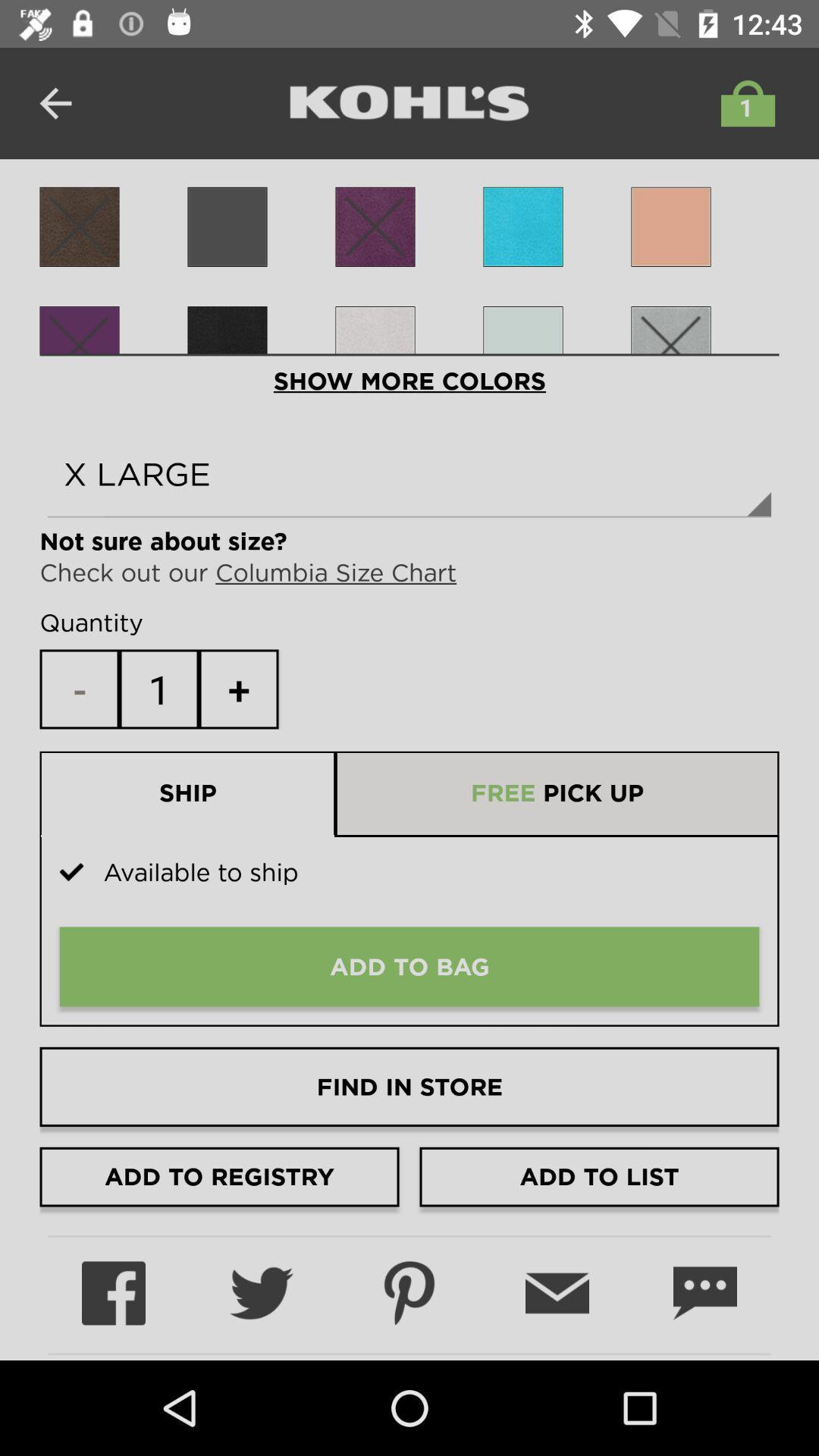 The height and width of the screenshot is (1456, 819). I want to click on the facebook icon, so click(113, 1292).